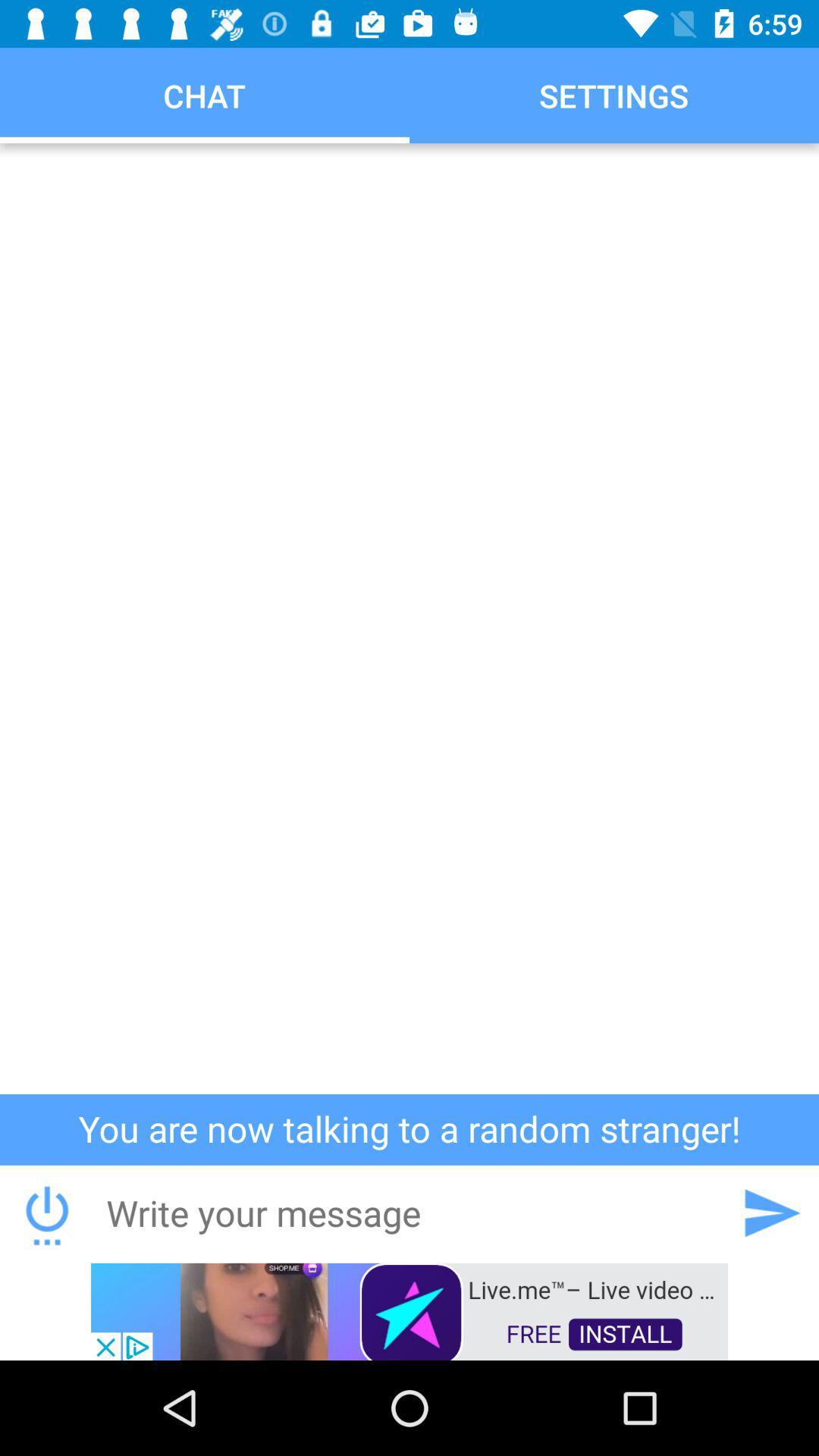  What do you see at coordinates (771, 1212) in the screenshot?
I see `send message icon` at bounding box center [771, 1212].